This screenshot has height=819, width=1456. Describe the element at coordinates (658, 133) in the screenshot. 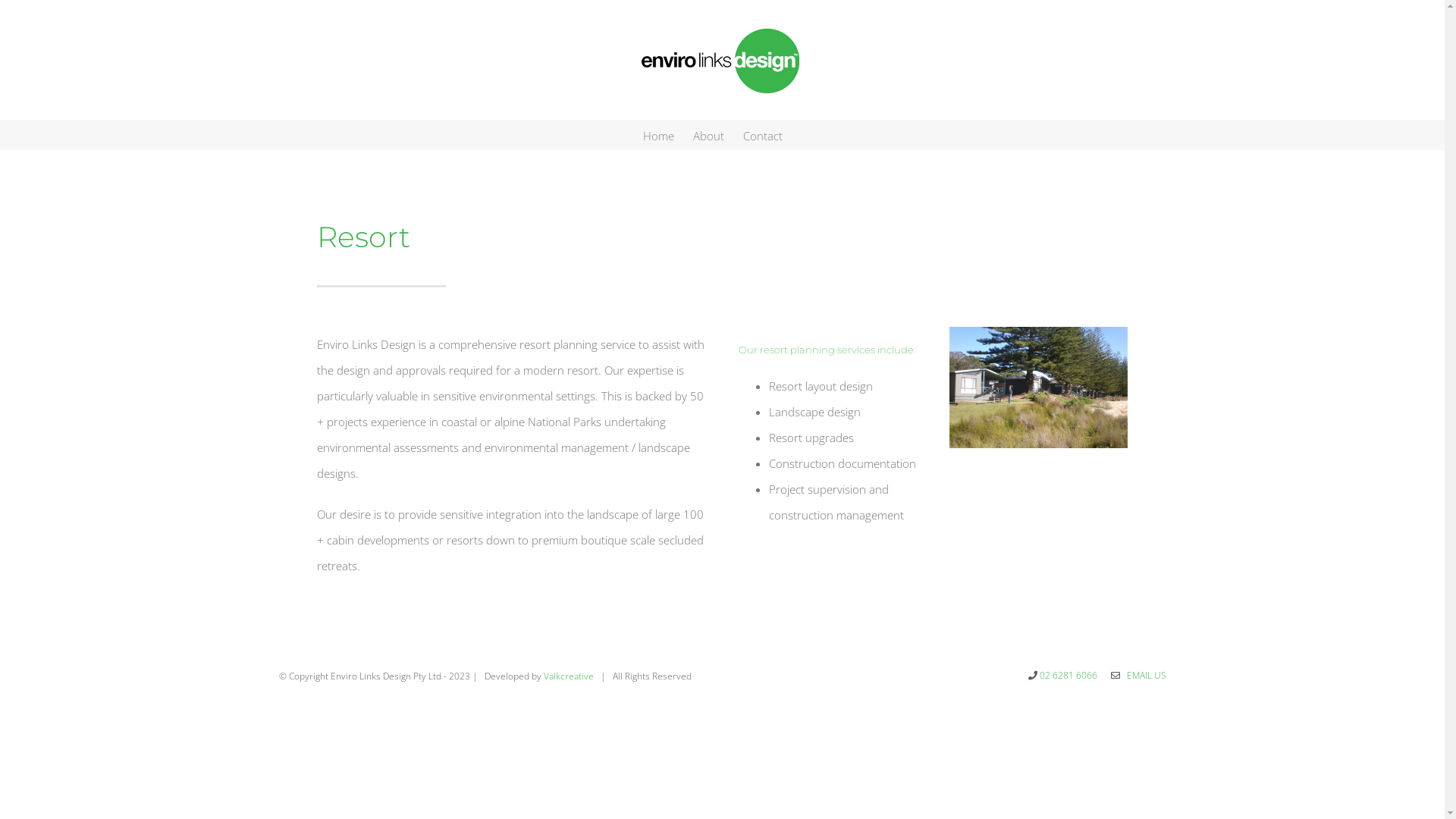

I see `'Home'` at that location.